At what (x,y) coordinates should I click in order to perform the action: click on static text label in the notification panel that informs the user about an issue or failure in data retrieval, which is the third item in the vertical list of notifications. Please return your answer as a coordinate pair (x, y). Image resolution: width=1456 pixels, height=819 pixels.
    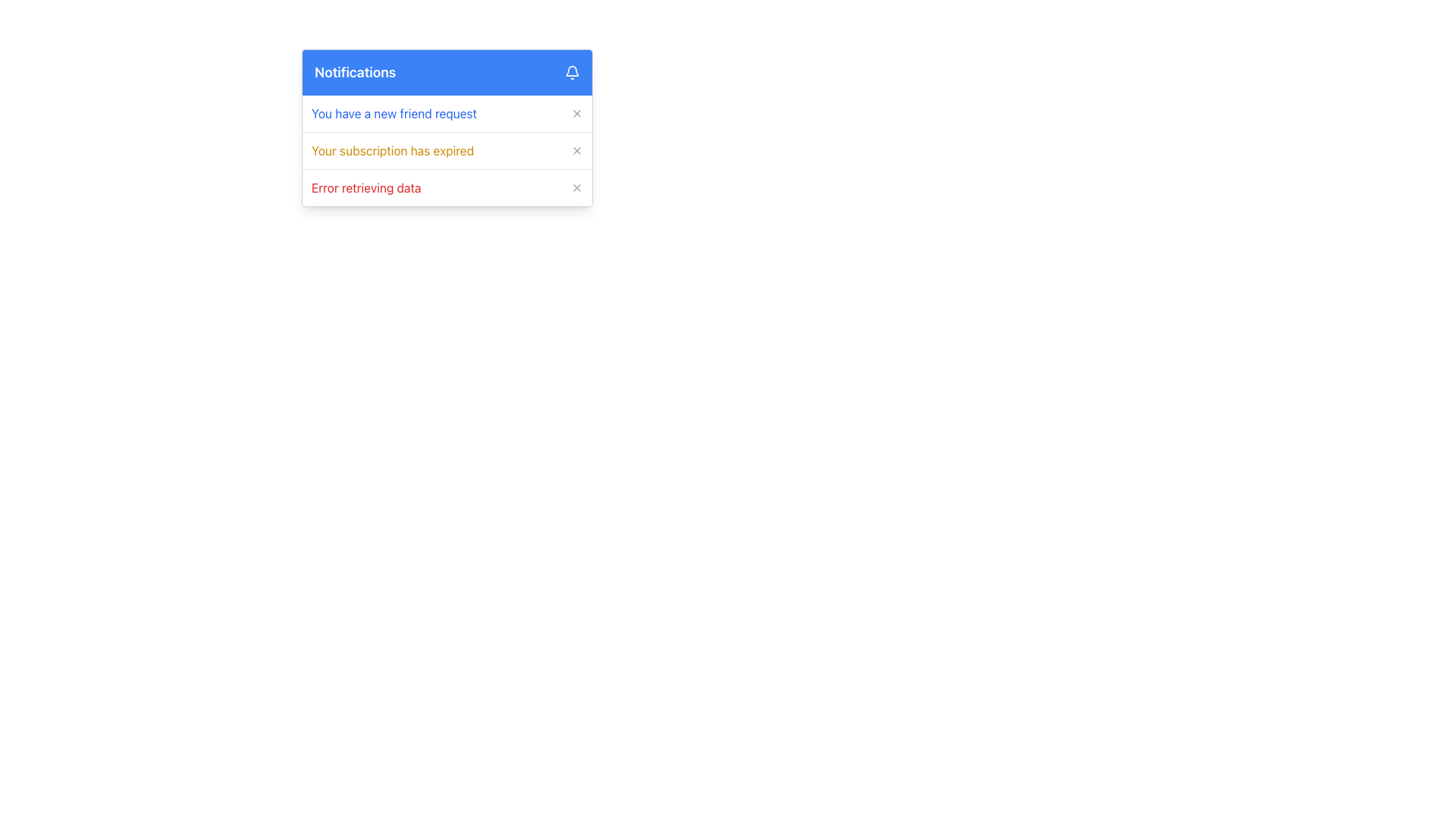
    Looking at the image, I should click on (366, 187).